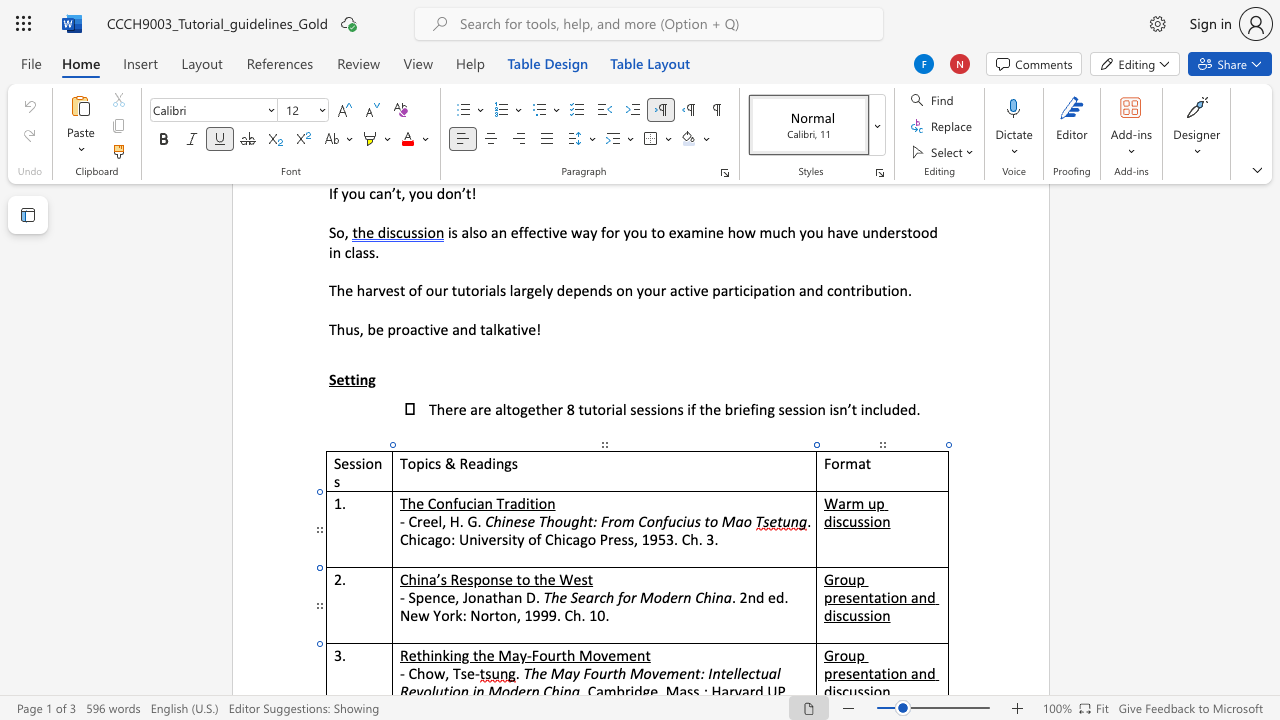 The width and height of the screenshot is (1280, 720). What do you see at coordinates (707, 596) in the screenshot?
I see `the 3th character "h" in the text` at bounding box center [707, 596].